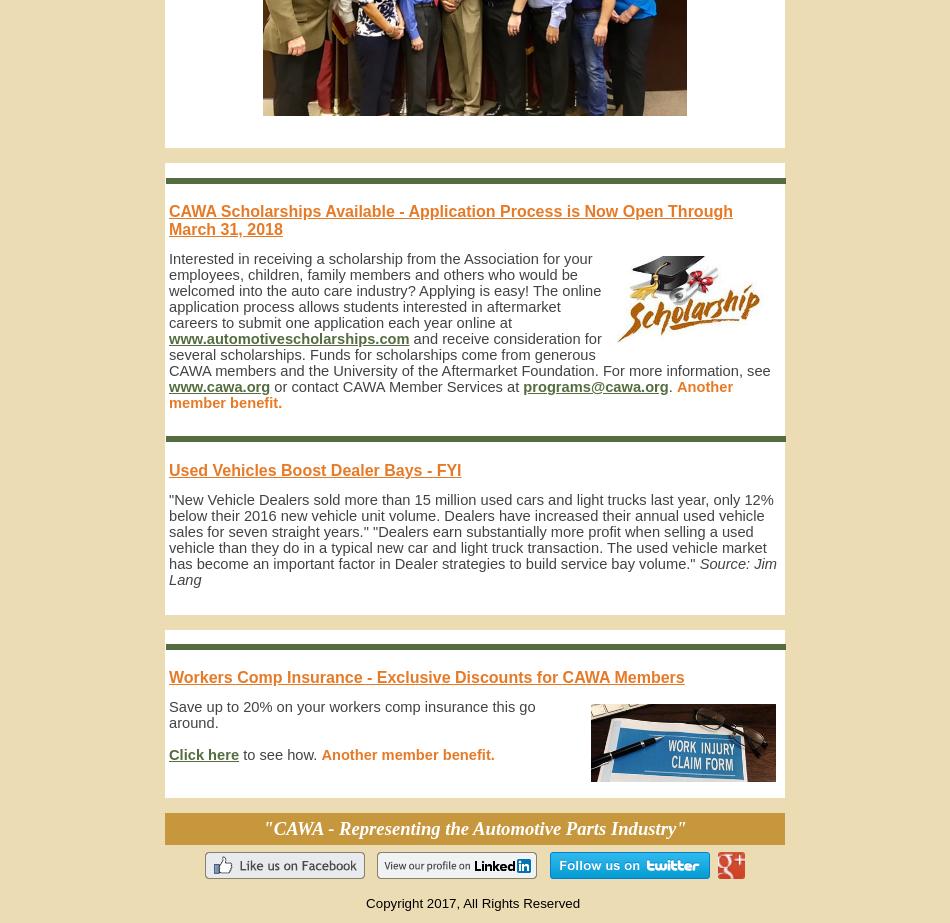 This screenshot has width=950, height=923. I want to click on 'www.automotivescholarships.com', so click(287, 339).